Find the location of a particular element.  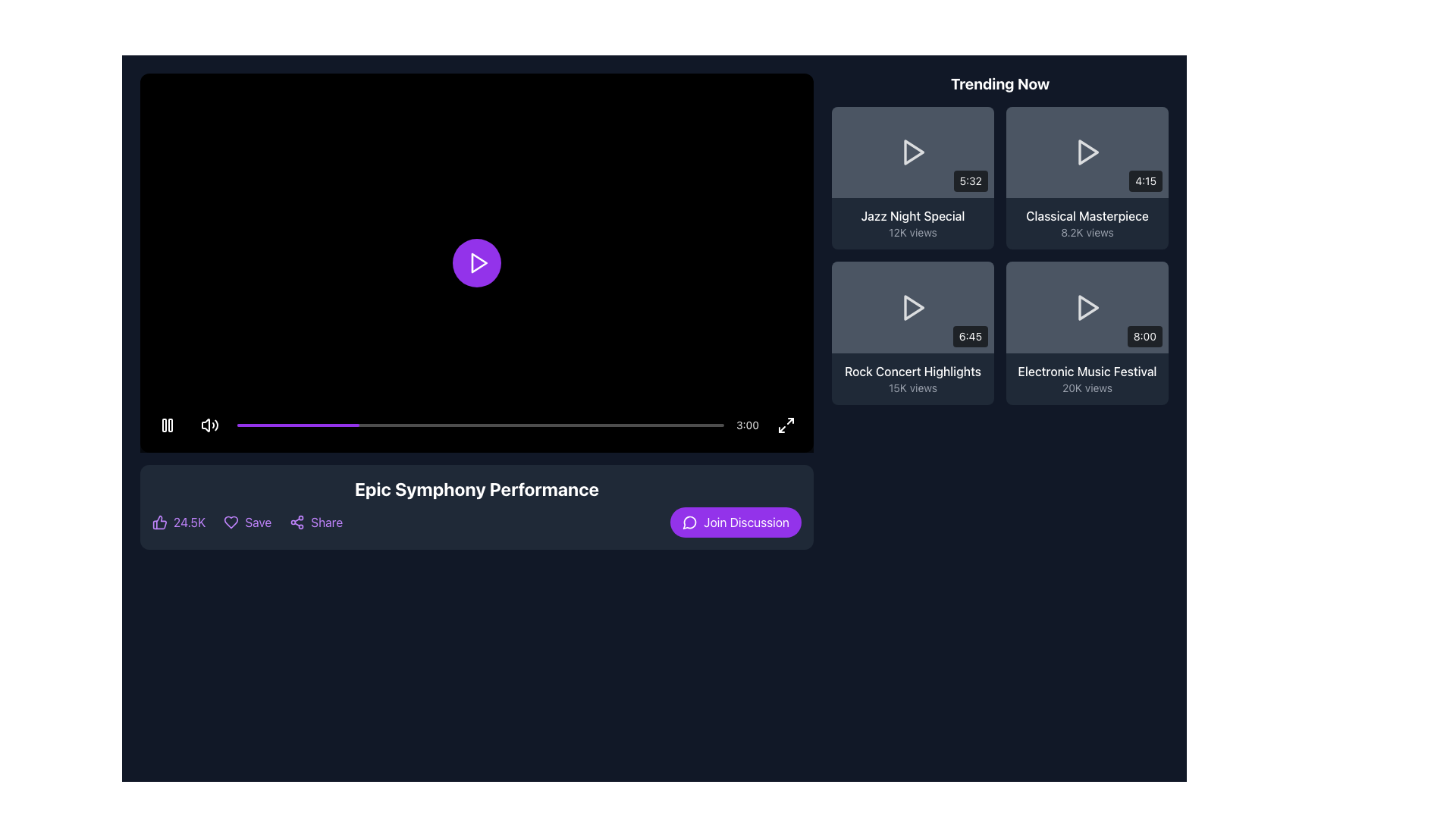

the fullscreen toggle button located at the far-right corner of the horizontal bar containing the time tracker and progress bar to maximize or restore the video display is located at coordinates (786, 425).